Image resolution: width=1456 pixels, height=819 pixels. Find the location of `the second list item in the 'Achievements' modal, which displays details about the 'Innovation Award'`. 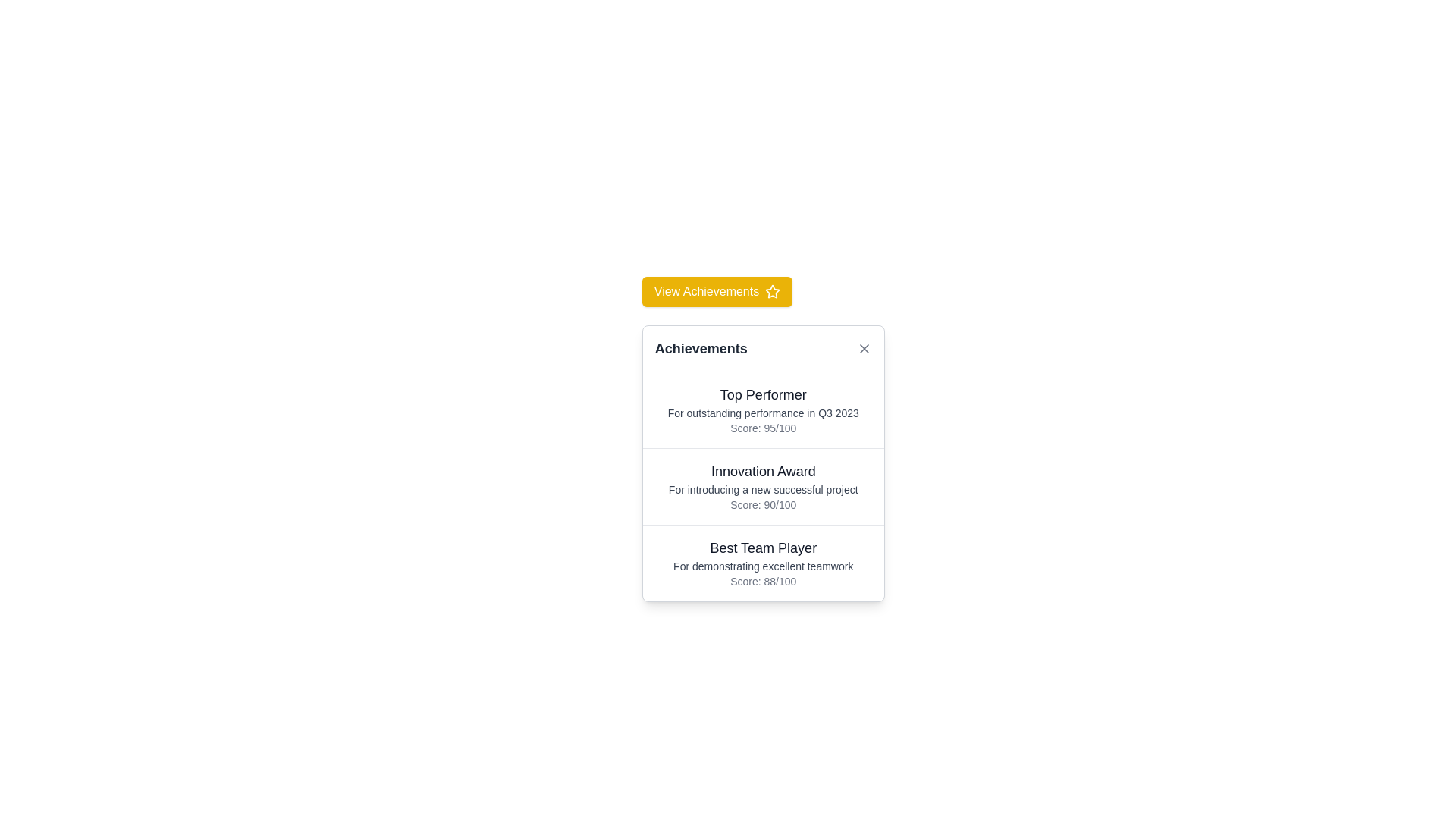

the second list item in the 'Achievements' modal, which displays details about the 'Innovation Award' is located at coordinates (763, 486).